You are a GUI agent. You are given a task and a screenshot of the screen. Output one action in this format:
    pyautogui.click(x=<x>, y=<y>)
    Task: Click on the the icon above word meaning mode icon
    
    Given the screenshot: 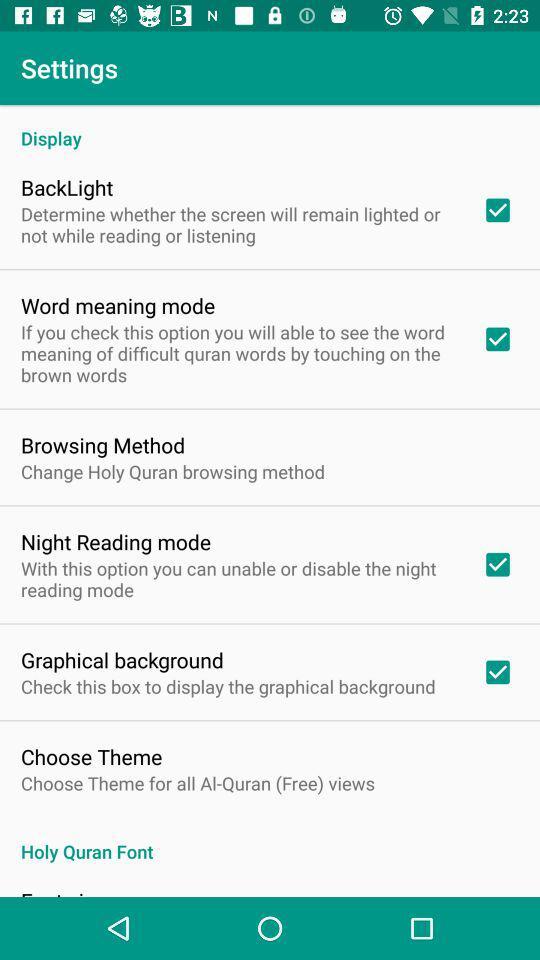 What is the action you would take?
    pyautogui.click(x=238, y=224)
    